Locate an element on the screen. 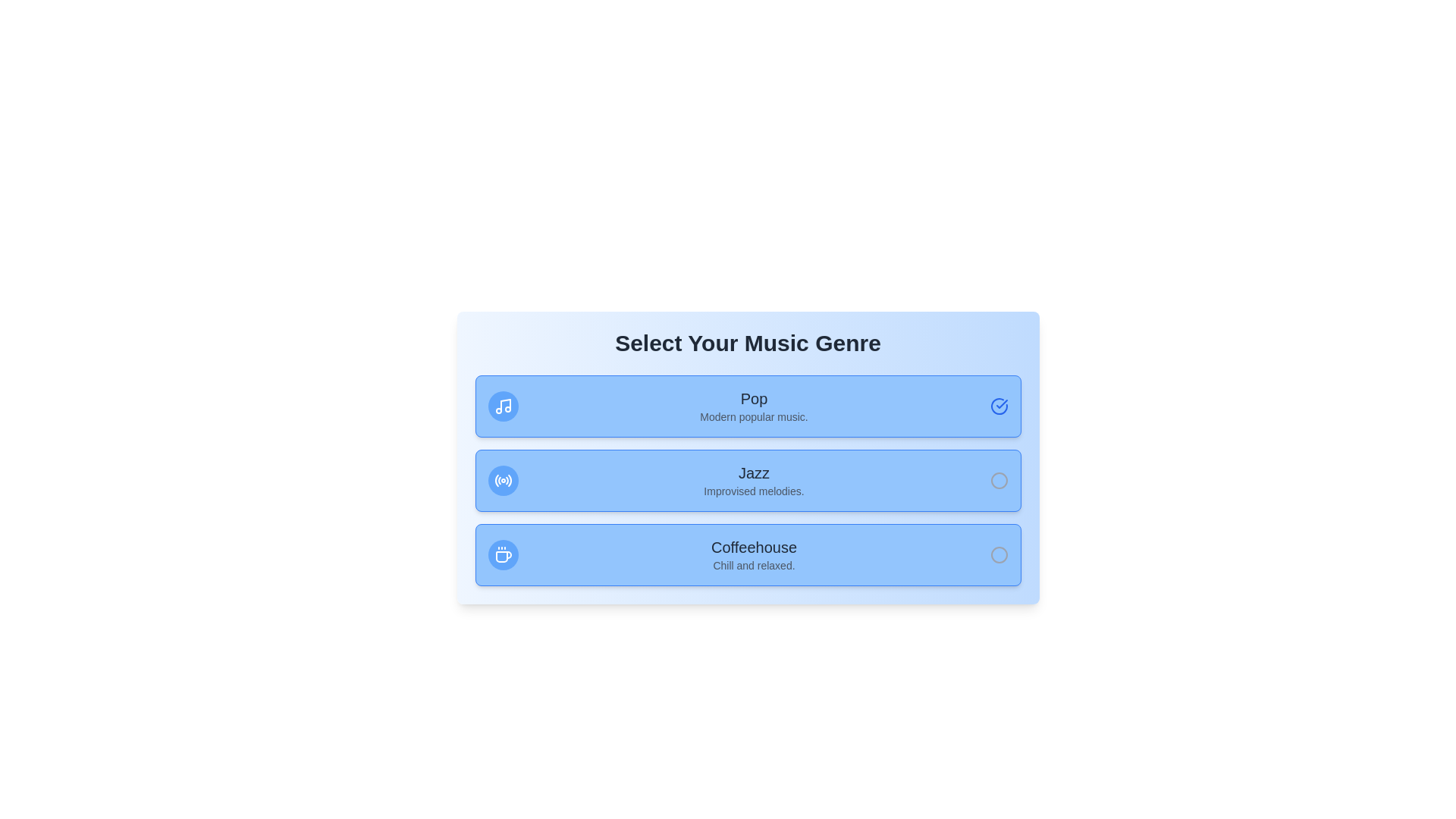 This screenshot has height=819, width=1456. the Text label that describes the genre 'Jazz' and its characteristic 'Improvised melodies', located below the 'Jazz' text within the blue rectangular card, which is the second card in the vertically stacked list of options is located at coordinates (754, 491).